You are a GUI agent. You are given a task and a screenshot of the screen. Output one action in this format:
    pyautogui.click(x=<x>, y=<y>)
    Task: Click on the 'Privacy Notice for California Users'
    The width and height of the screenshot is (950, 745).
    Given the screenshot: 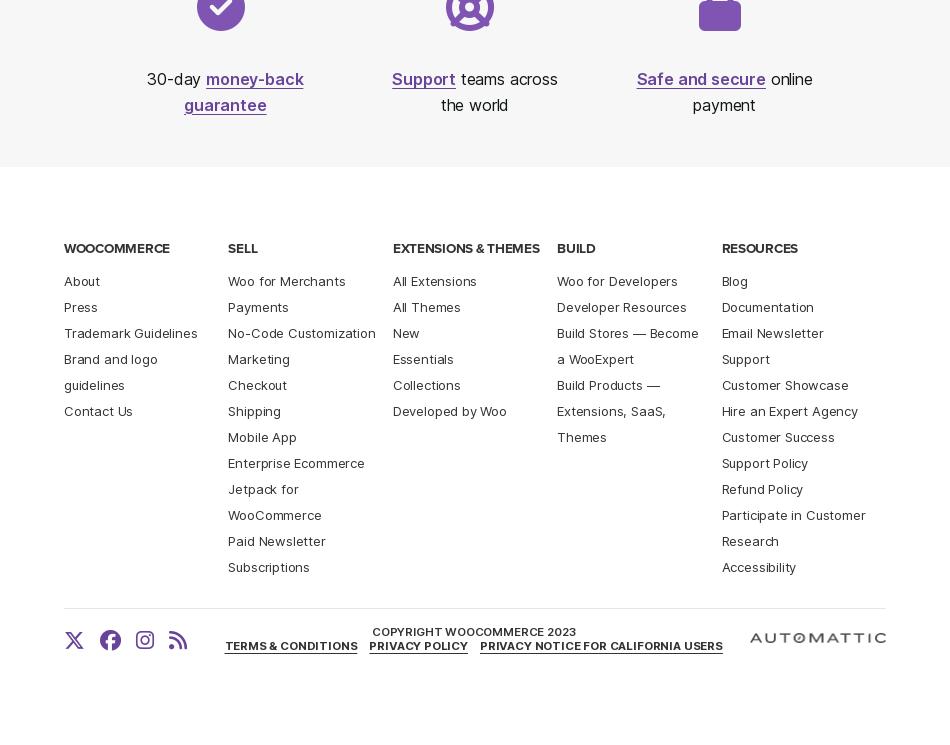 What is the action you would take?
    pyautogui.click(x=478, y=644)
    